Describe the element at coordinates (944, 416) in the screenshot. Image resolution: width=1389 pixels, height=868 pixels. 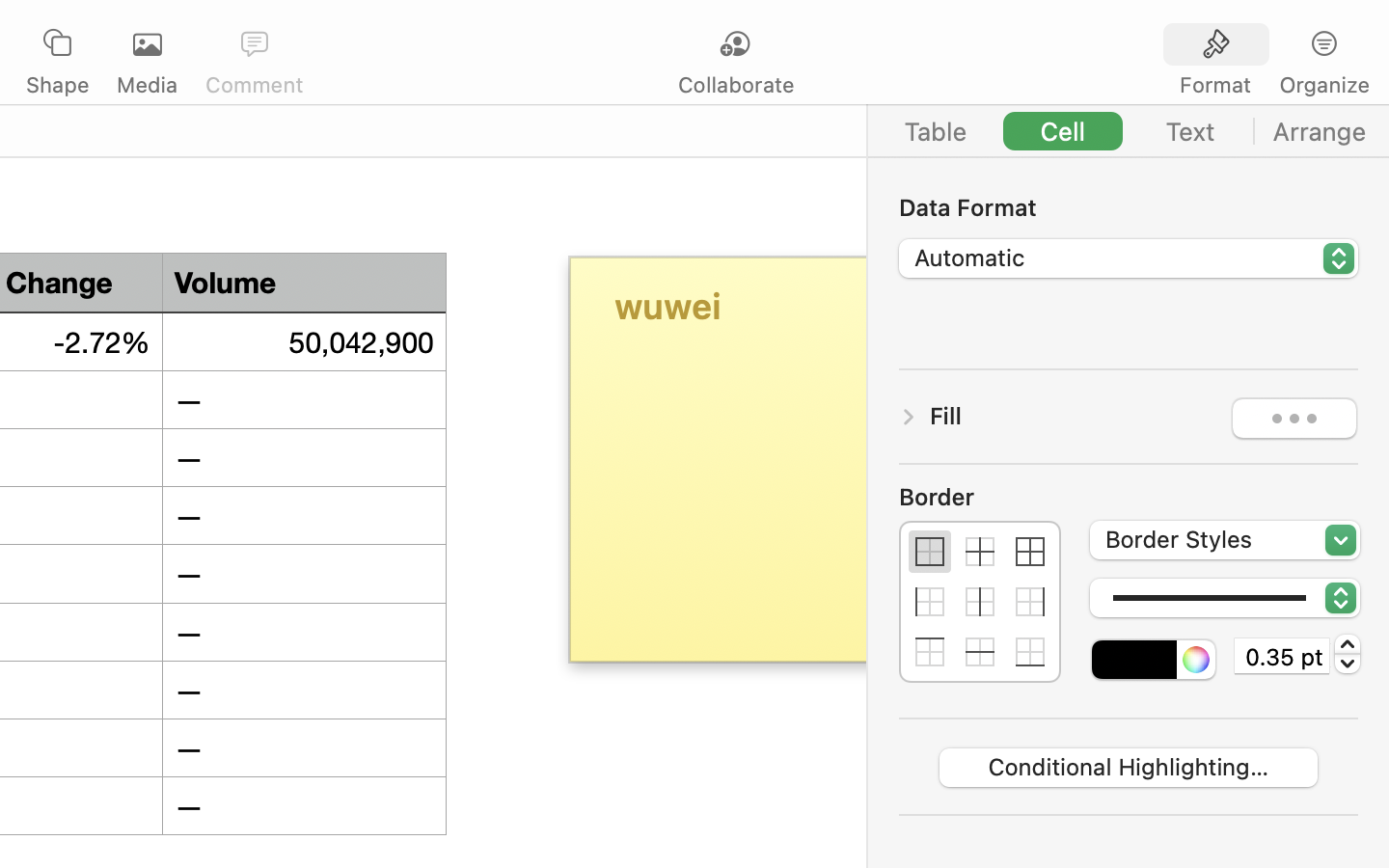
I see `'Fill'` at that location.